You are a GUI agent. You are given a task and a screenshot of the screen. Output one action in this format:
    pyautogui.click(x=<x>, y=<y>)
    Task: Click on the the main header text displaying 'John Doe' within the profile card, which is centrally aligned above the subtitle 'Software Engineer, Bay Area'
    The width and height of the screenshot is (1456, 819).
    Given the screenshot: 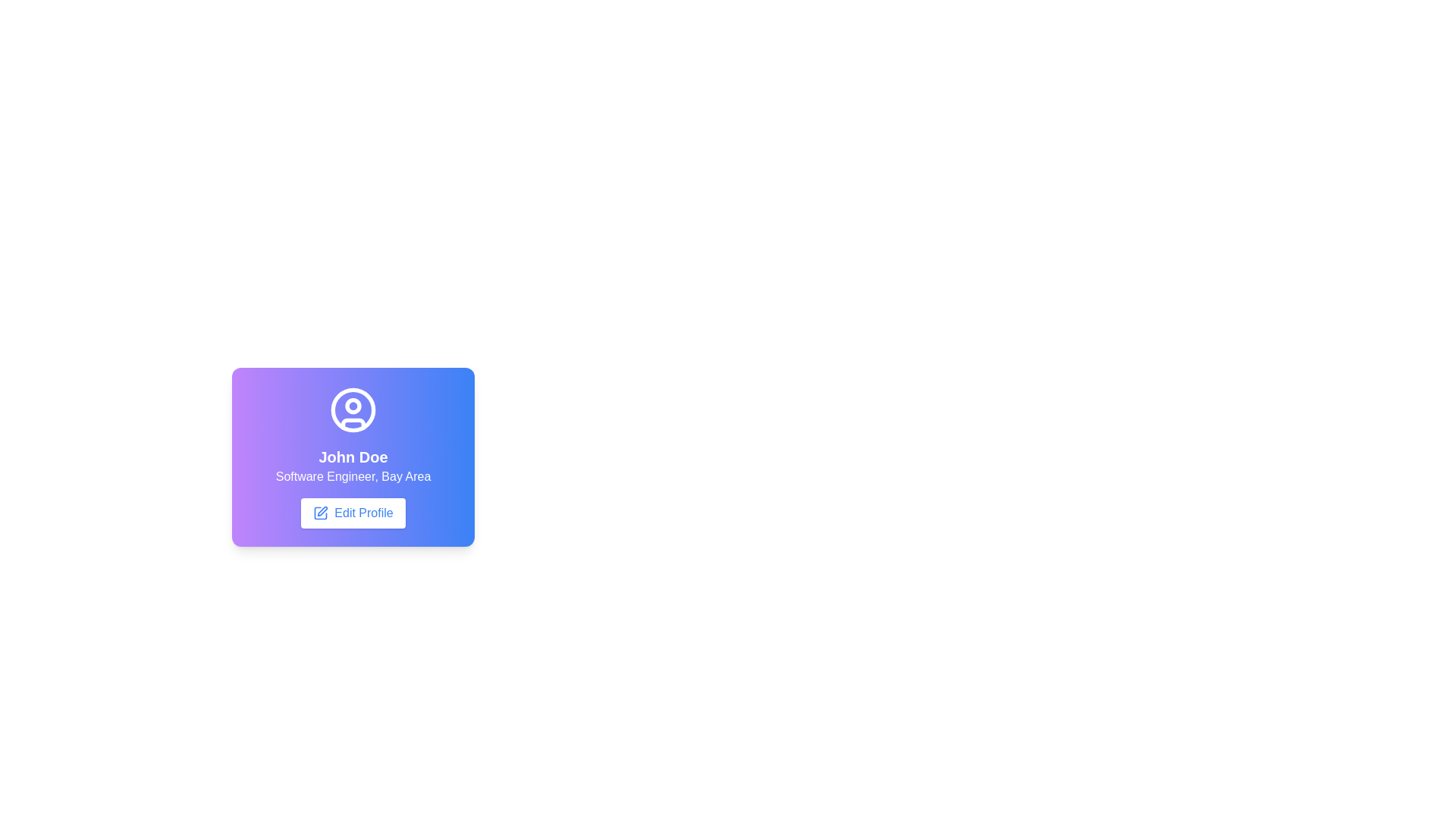 What is the action you would take?
    pyautogui.click(x=352, y=456)
    